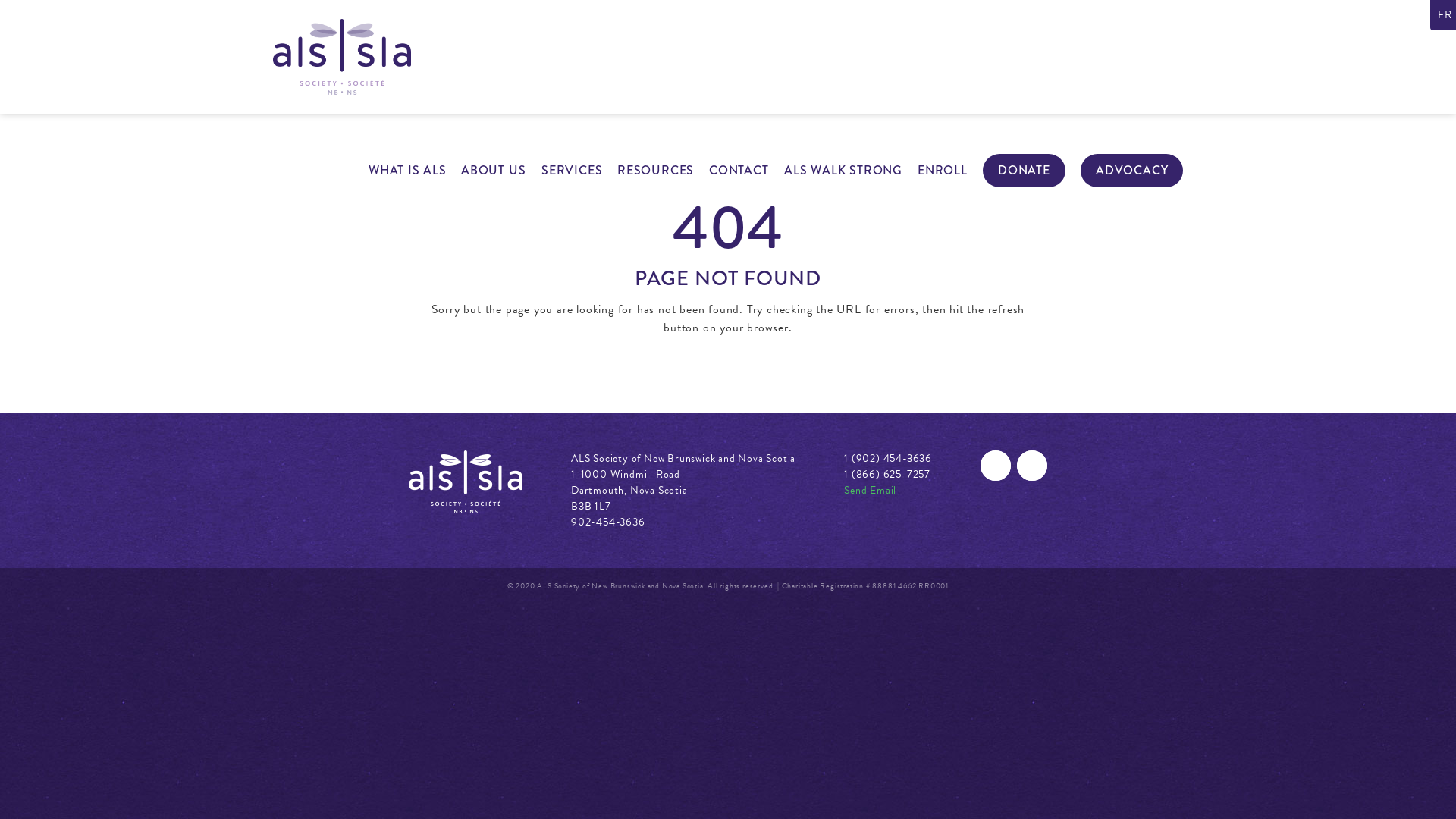 Image resolution: width=1456 pixels, height=819 pixels. What do you see at coordinates (407, 170) in the screenshot?
I see `'WHAT IS ALS'` at bounding box center [407, 170].